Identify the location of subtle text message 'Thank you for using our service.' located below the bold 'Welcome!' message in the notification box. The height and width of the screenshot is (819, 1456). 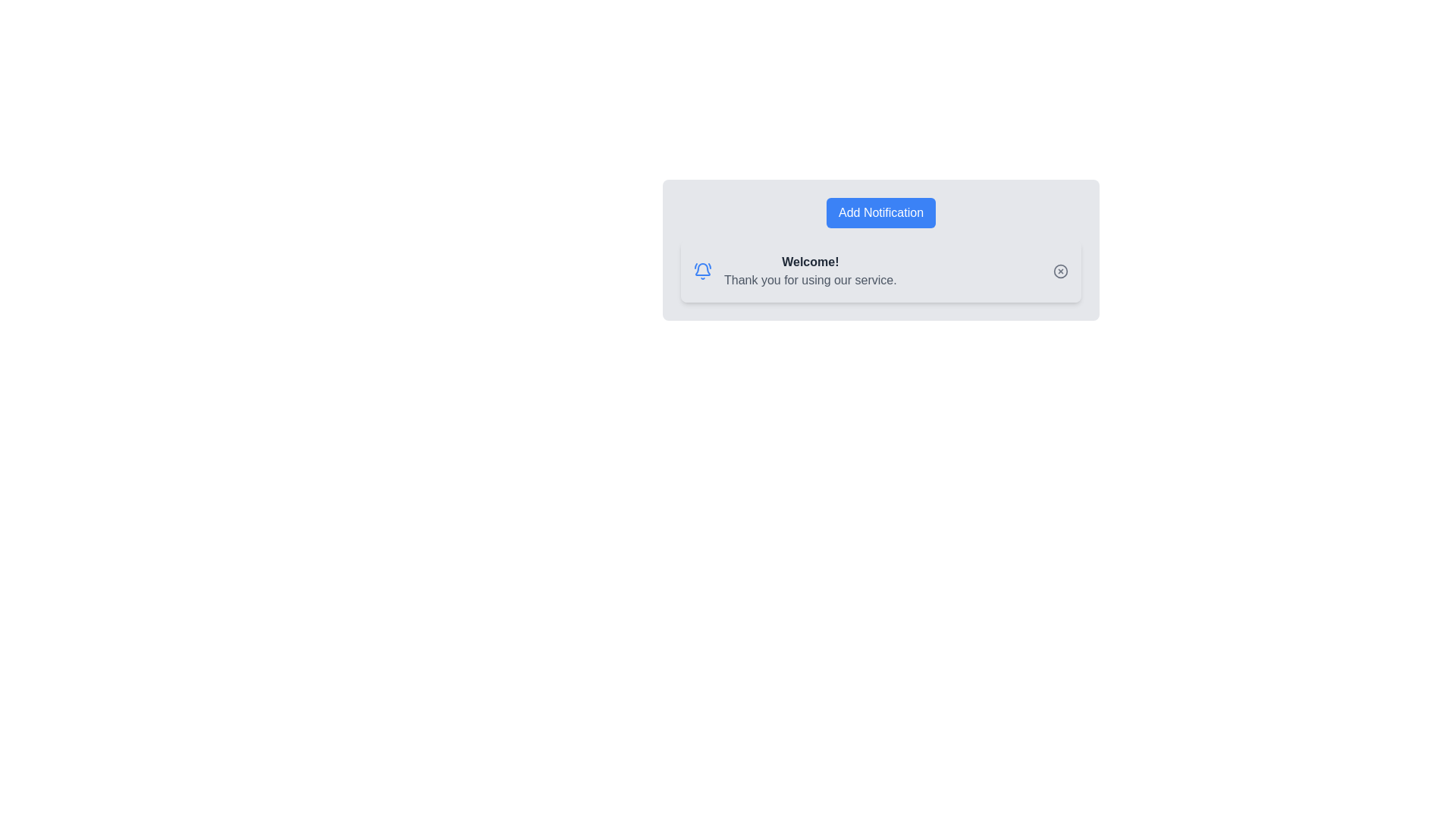
(809, 281).